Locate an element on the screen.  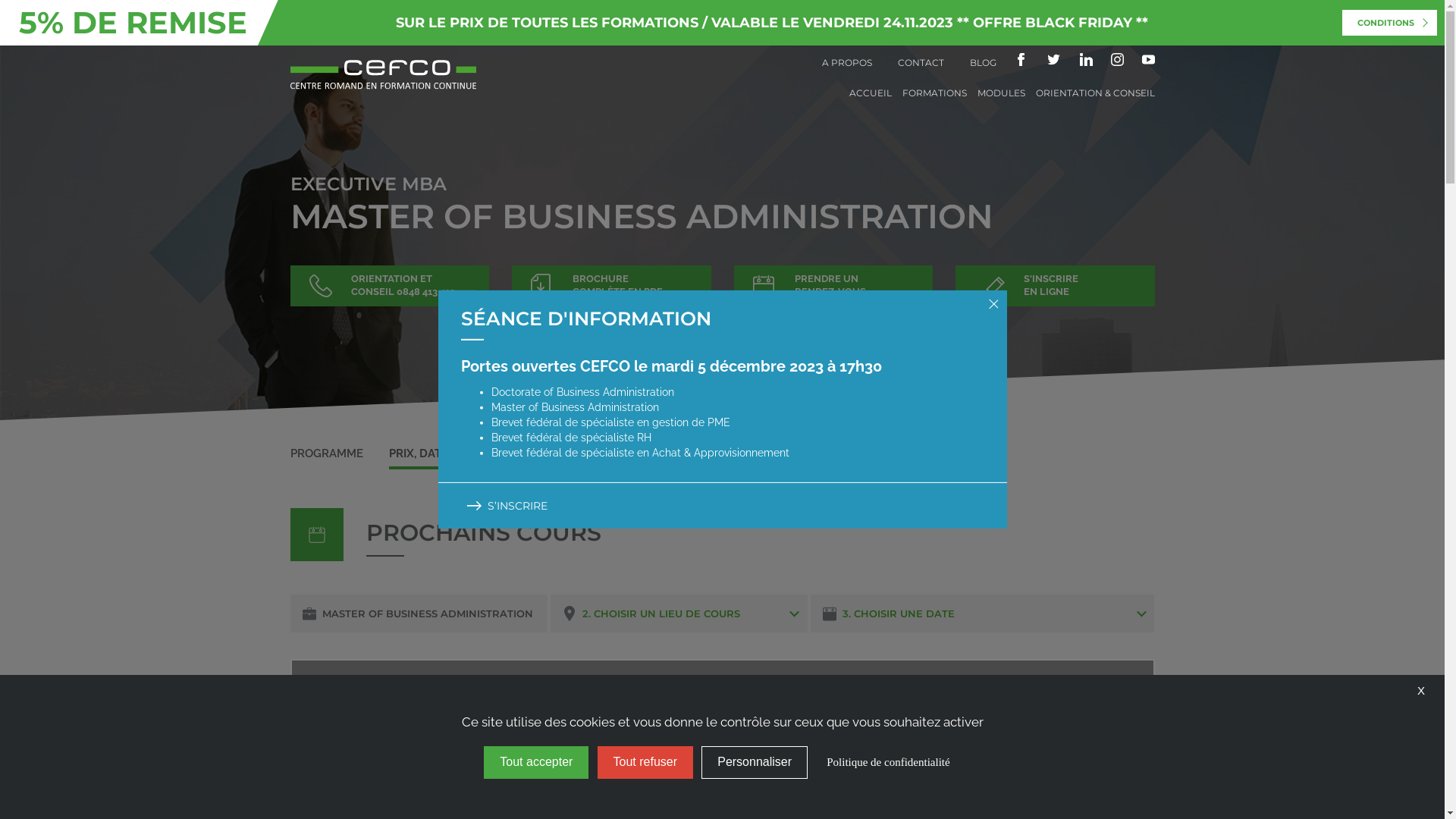
'PRENDRE UN is located at coordinates (833, 286).